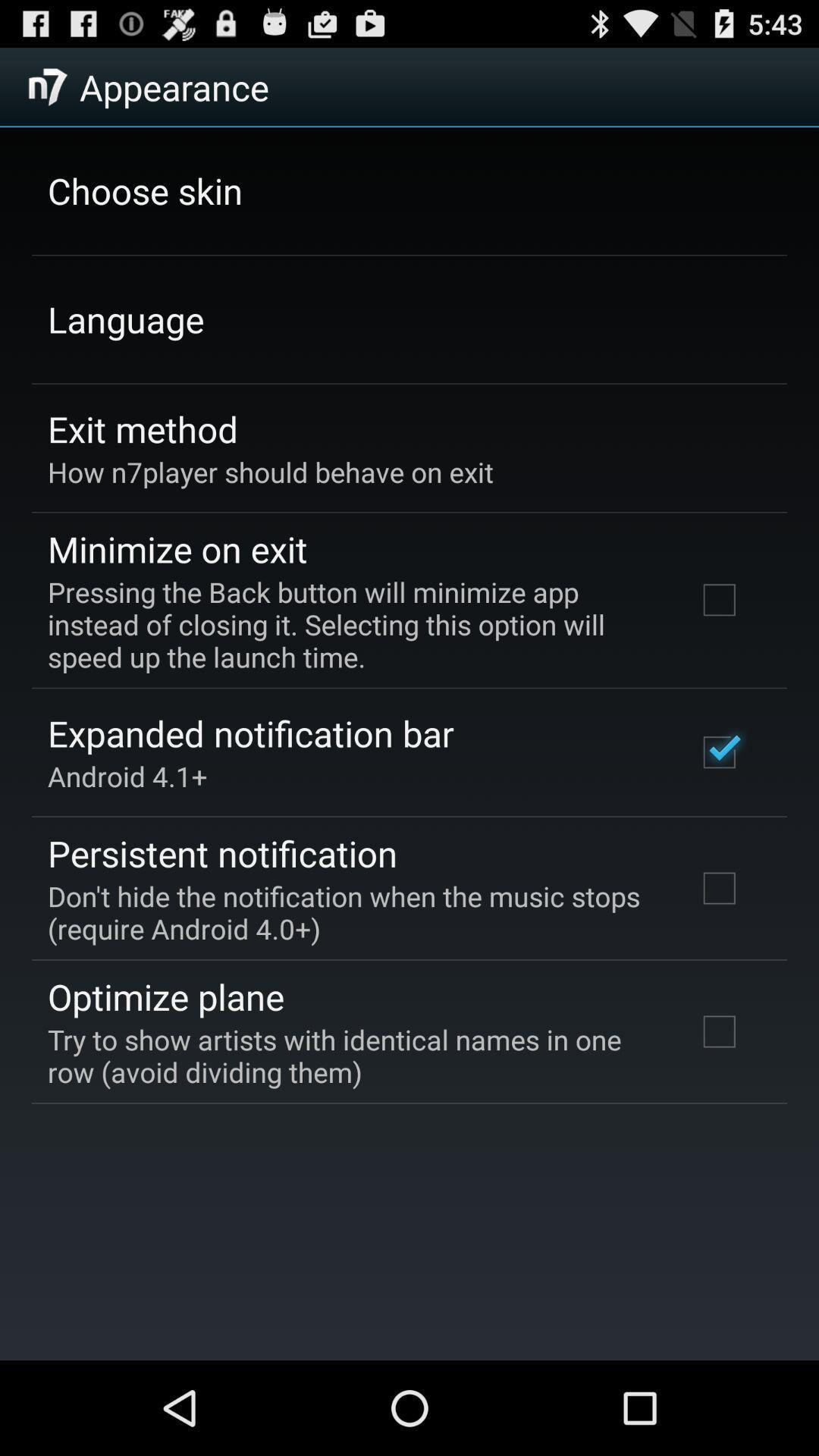 The image size is (819, 1456). Describe the element at coordinates (222, 853) in the screenshot. I see `the persistent notification item` at that location.